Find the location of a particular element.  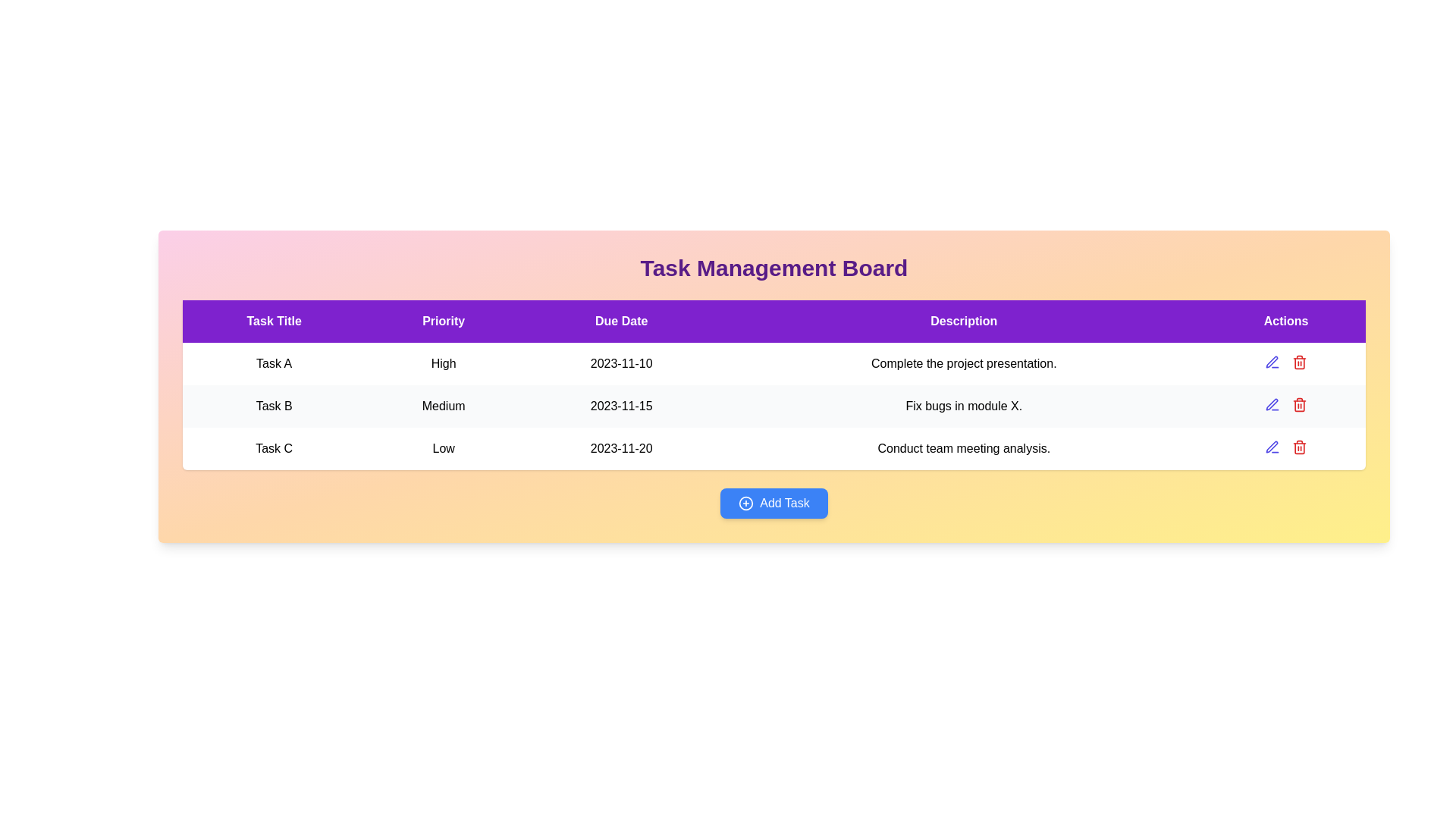

the static text block that describes a task in the task management system, located in the 'Description' column of the first row is located at coordinates (963, 363).